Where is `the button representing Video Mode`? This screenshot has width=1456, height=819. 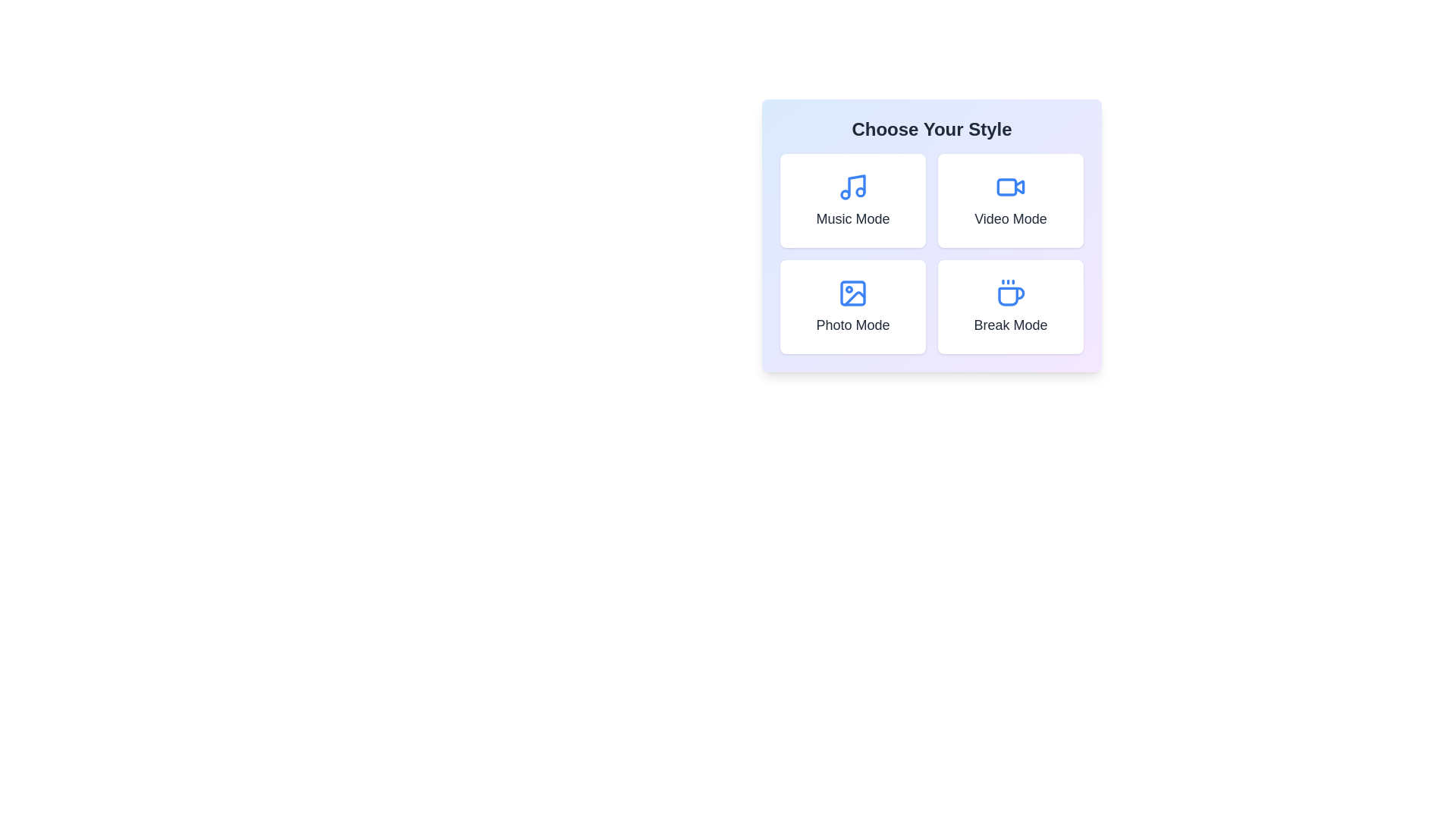
the button representing Video Mode is located at coordinates (1011, 200).